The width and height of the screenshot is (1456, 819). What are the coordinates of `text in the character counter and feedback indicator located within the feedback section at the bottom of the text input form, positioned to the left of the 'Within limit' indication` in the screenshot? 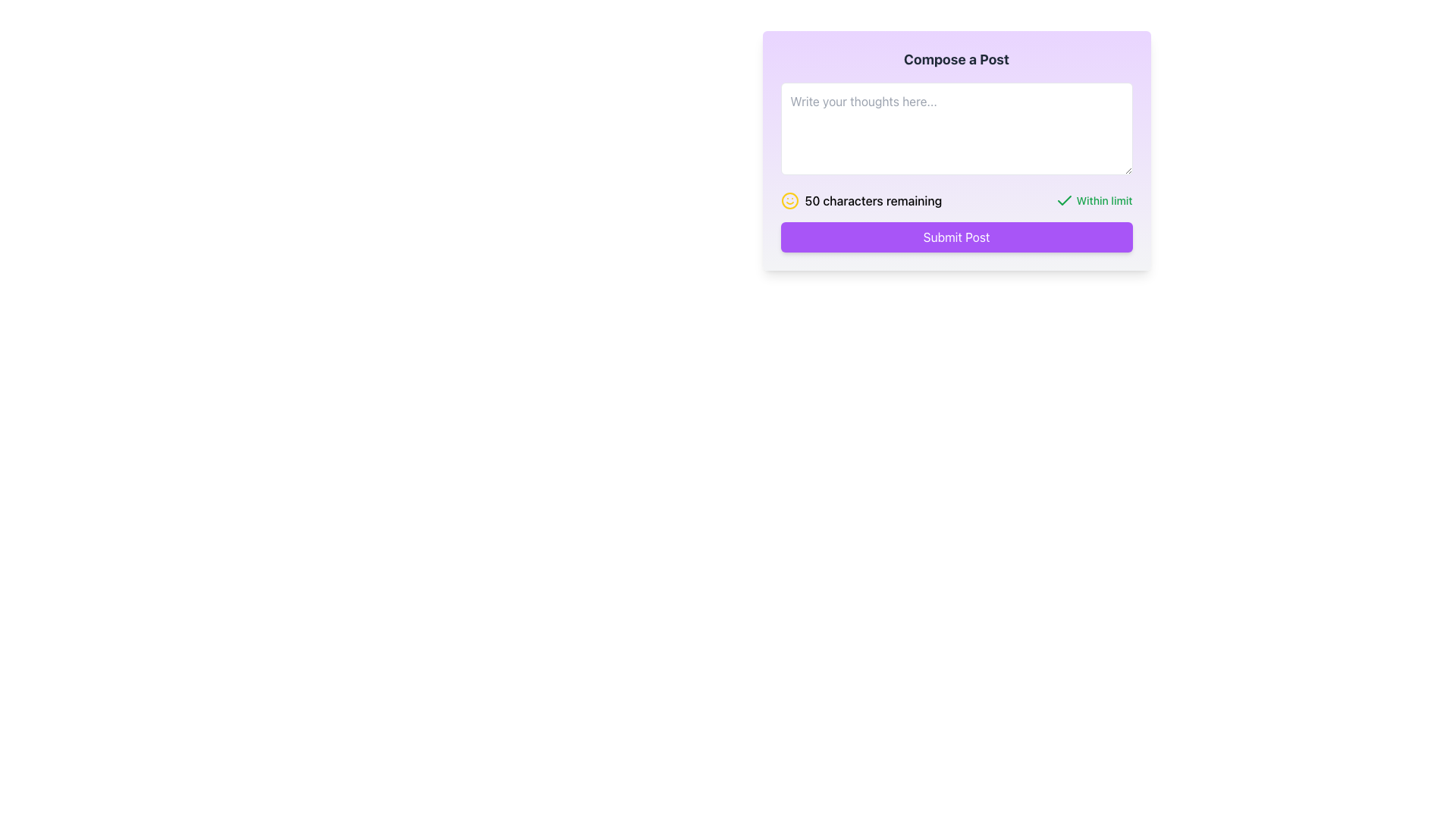 It's located at (861, 200).